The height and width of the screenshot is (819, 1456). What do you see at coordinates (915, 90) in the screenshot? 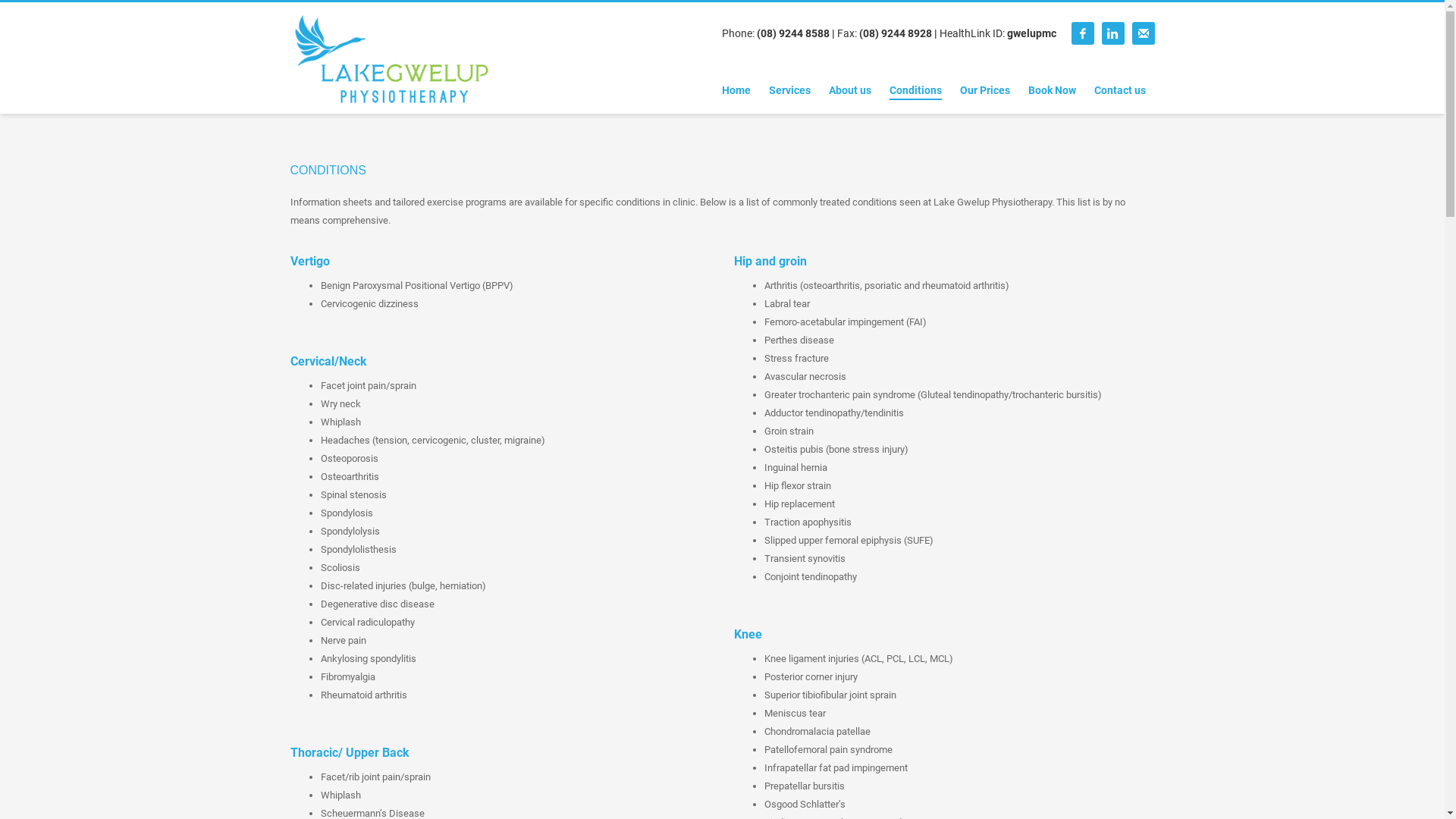
I see `'Conditions'` at bounding box center [915, 90].